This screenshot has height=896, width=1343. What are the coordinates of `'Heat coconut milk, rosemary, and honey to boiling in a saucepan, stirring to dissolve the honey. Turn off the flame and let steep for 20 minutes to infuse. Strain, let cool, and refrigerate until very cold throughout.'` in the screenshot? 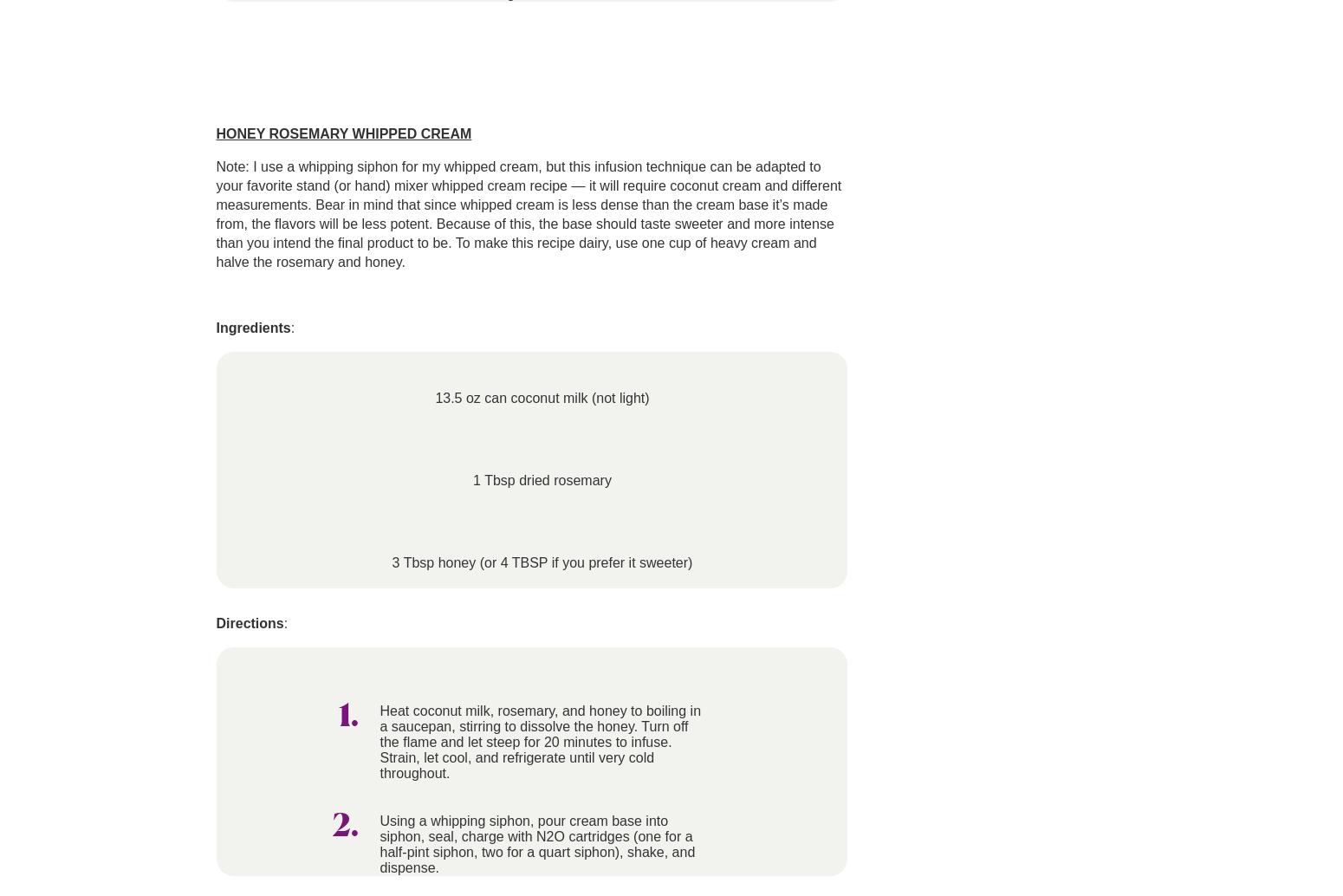 It's located at (539, 741).